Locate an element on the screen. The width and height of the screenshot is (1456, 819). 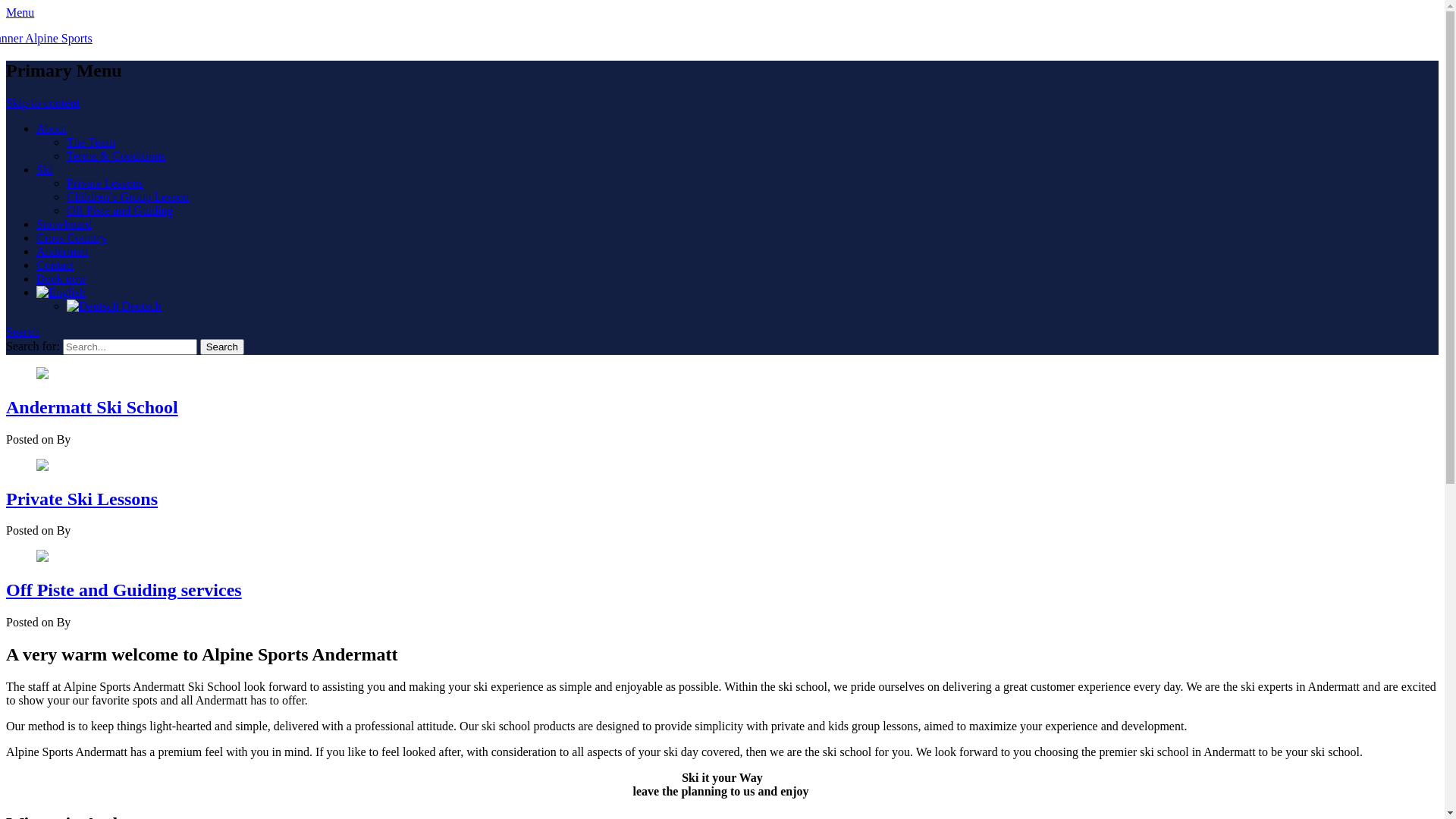
'Ski' is located at coordinates (36, 169).